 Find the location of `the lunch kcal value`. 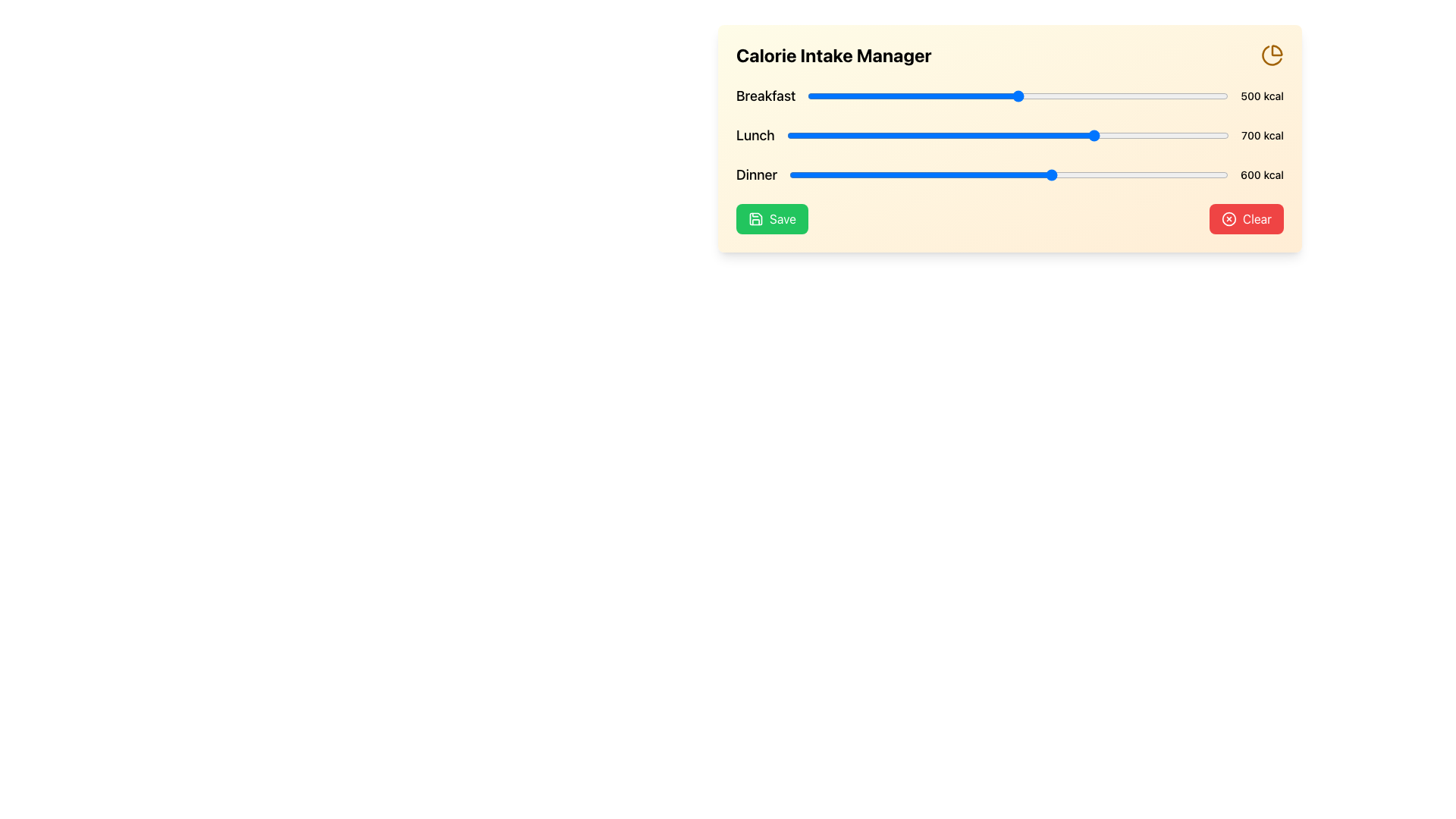

the lunch kcal value is located at coordinates (808, 134).